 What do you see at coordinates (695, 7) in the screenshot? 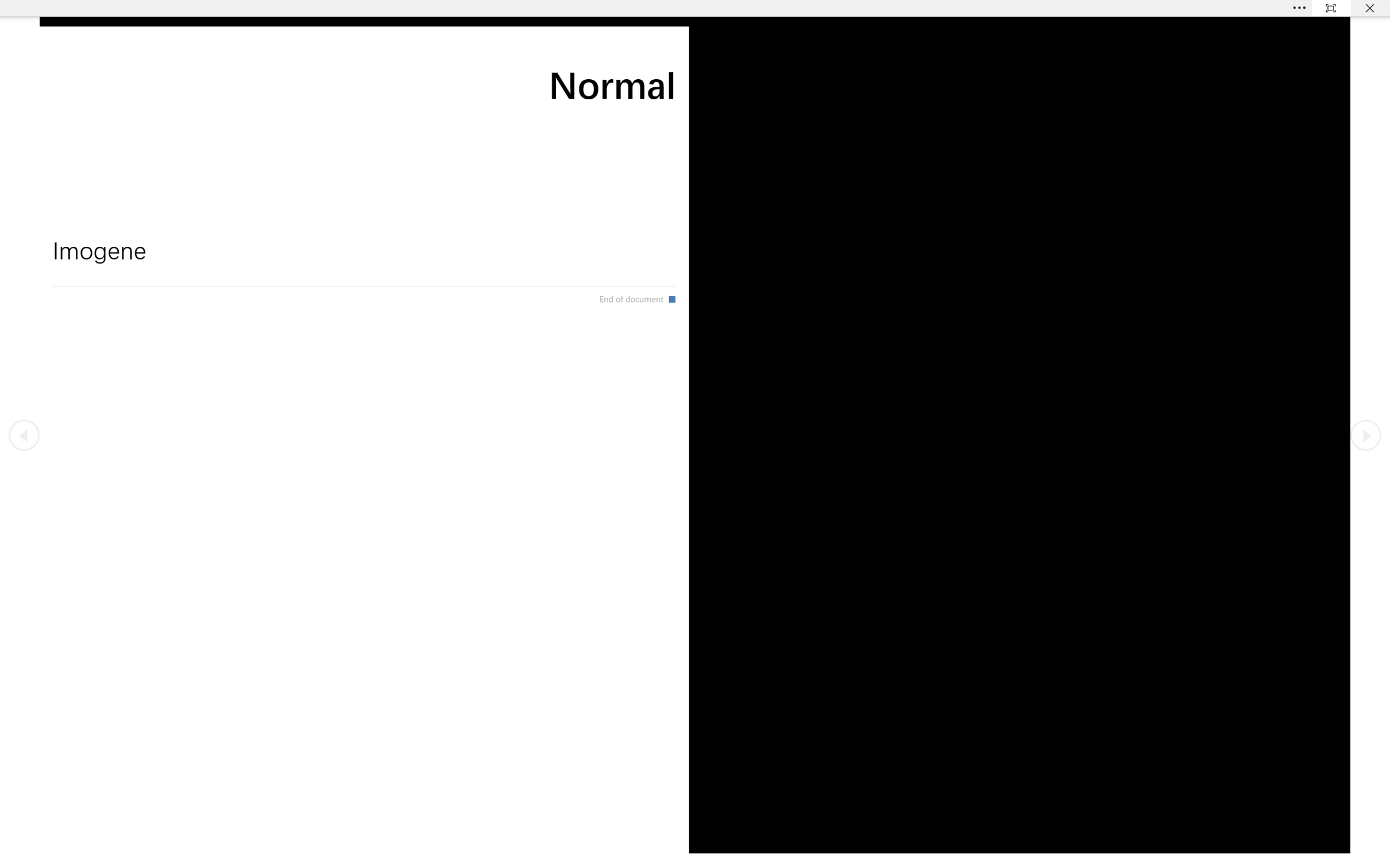
I see `'Class: MsoCommandBar'` at bounding box center [695, 7].